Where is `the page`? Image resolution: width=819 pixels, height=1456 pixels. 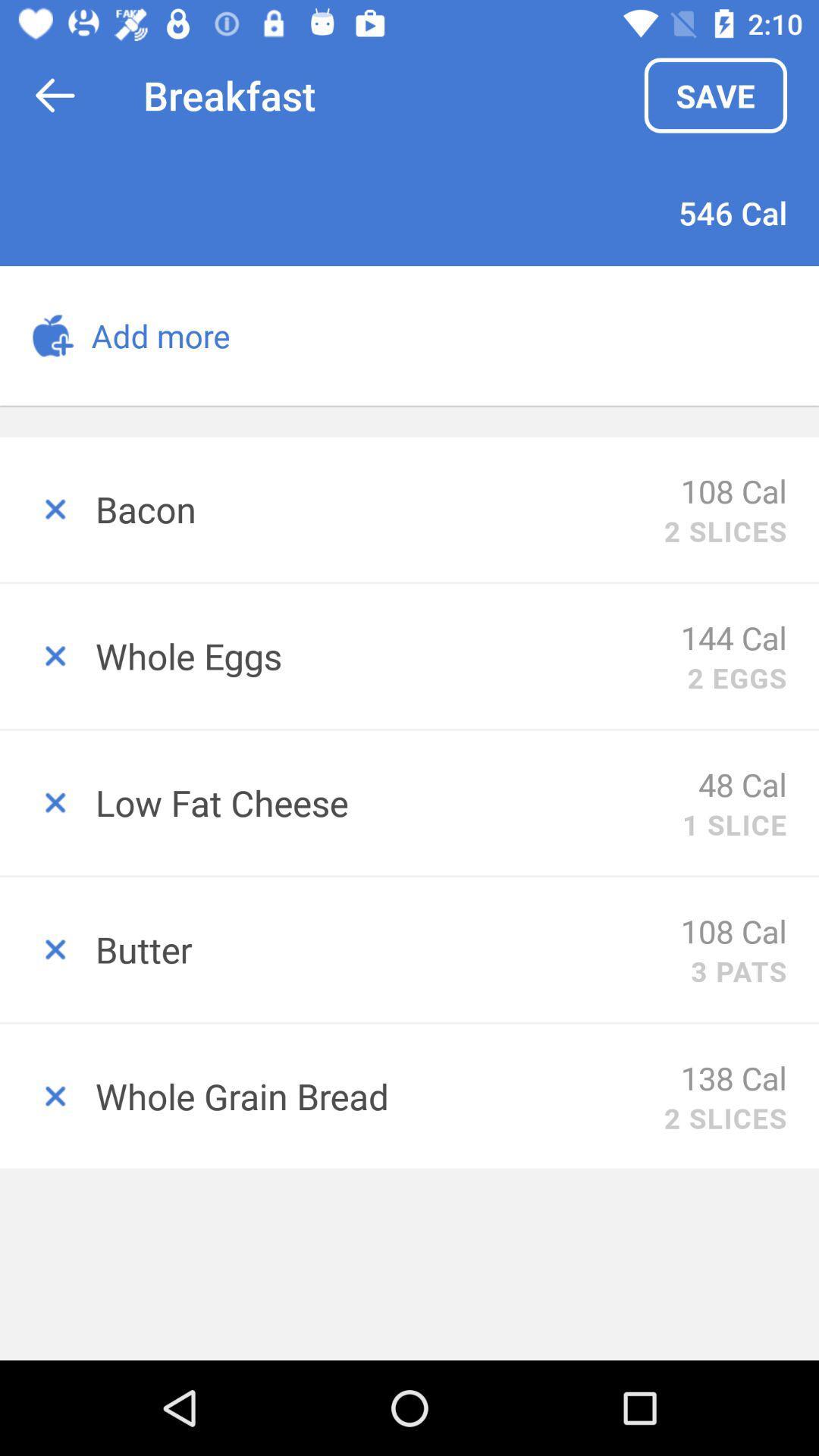 the page is located at coordinates (46, 1096).